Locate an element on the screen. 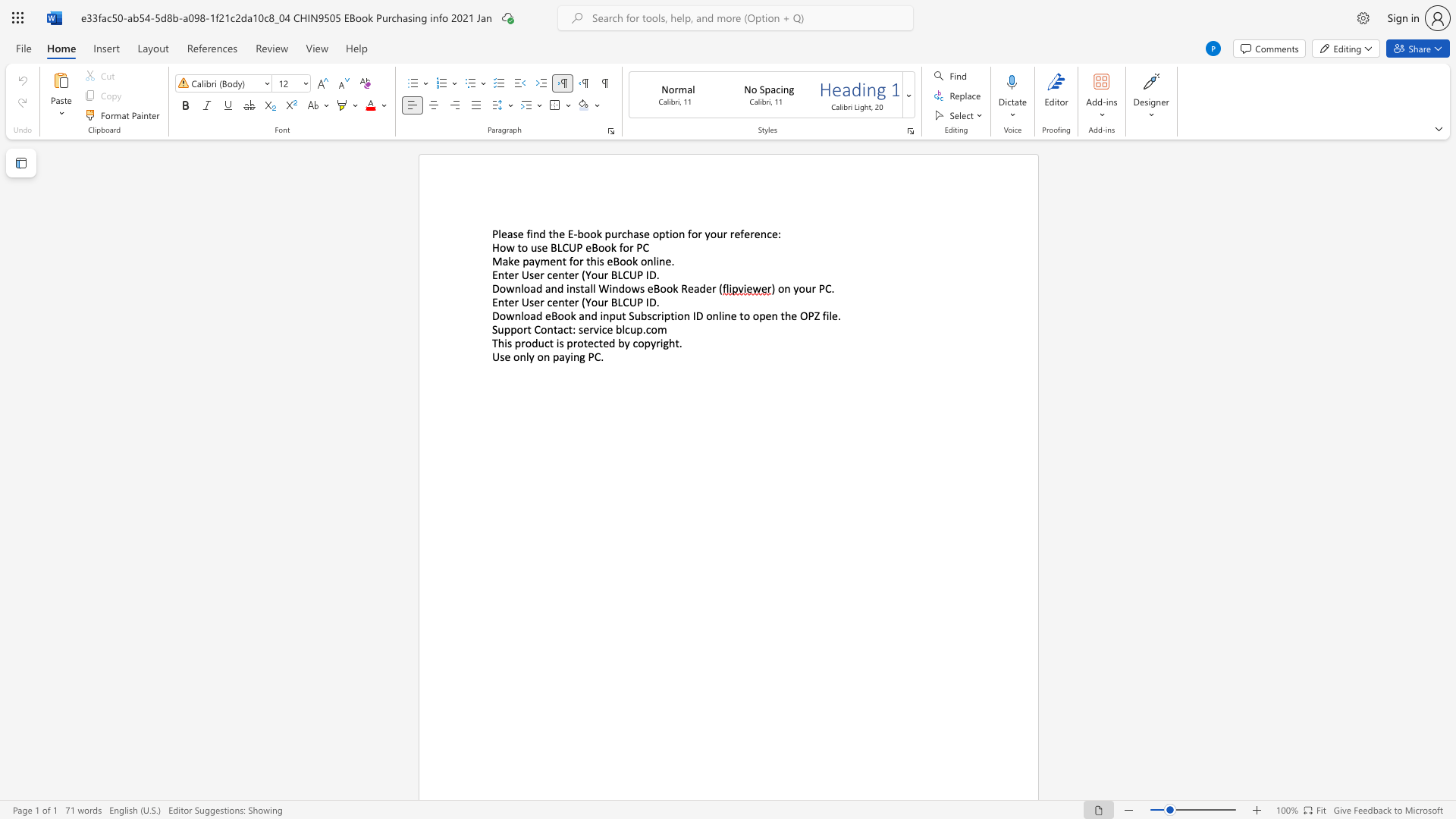 The image size is (1456, 819). the subset text "d eBook and input Subscription ID online to open the OPZ file" within the text "Download eBook and input Subscription ID online to open the OPZ file." is located at coordinates (535, 315).